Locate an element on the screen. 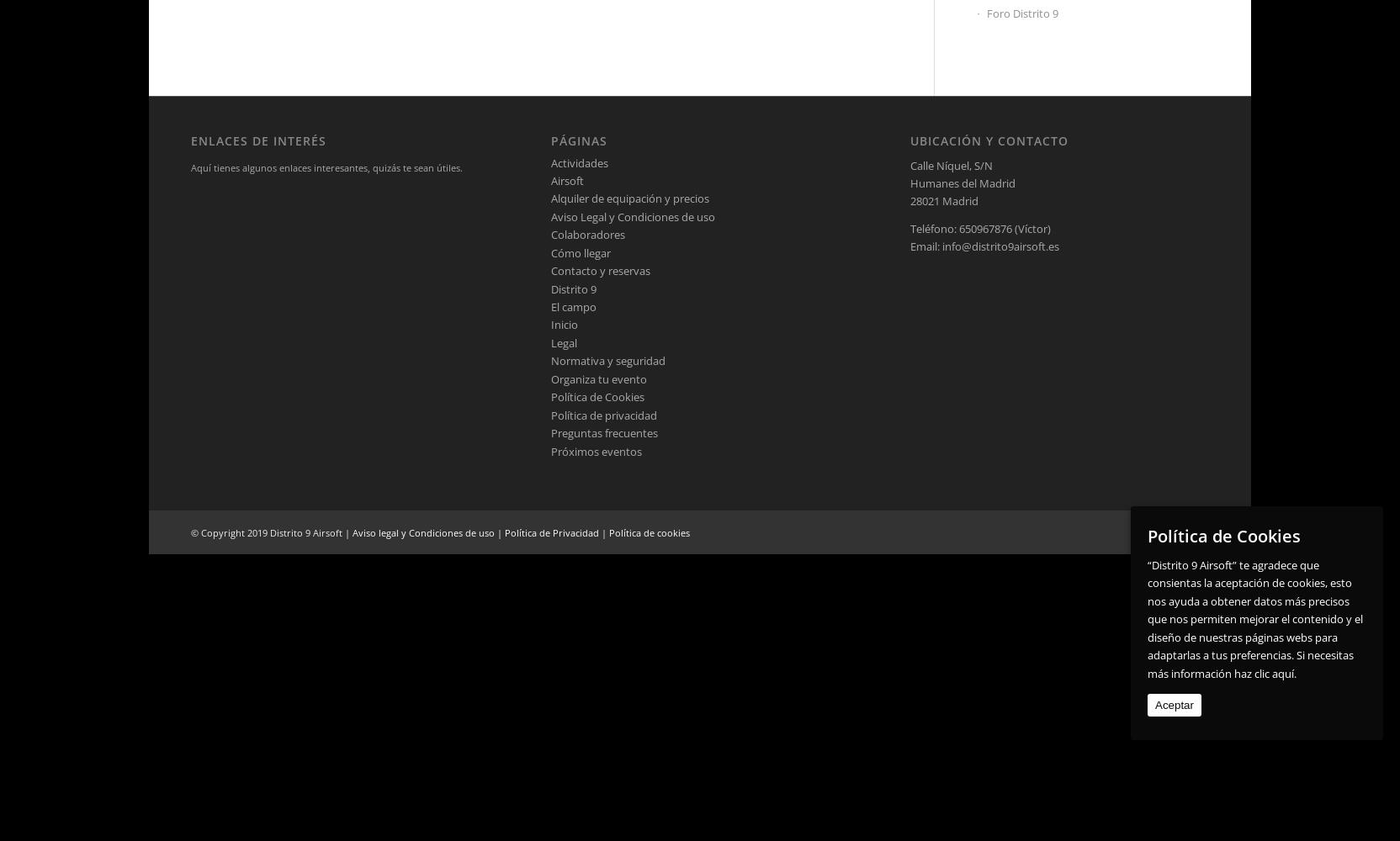 The width and height of the screenshot is (1400, 841). '© Copyright 2019  Distrito 9 Airsoft  |' is located at coordinates (270, 532).